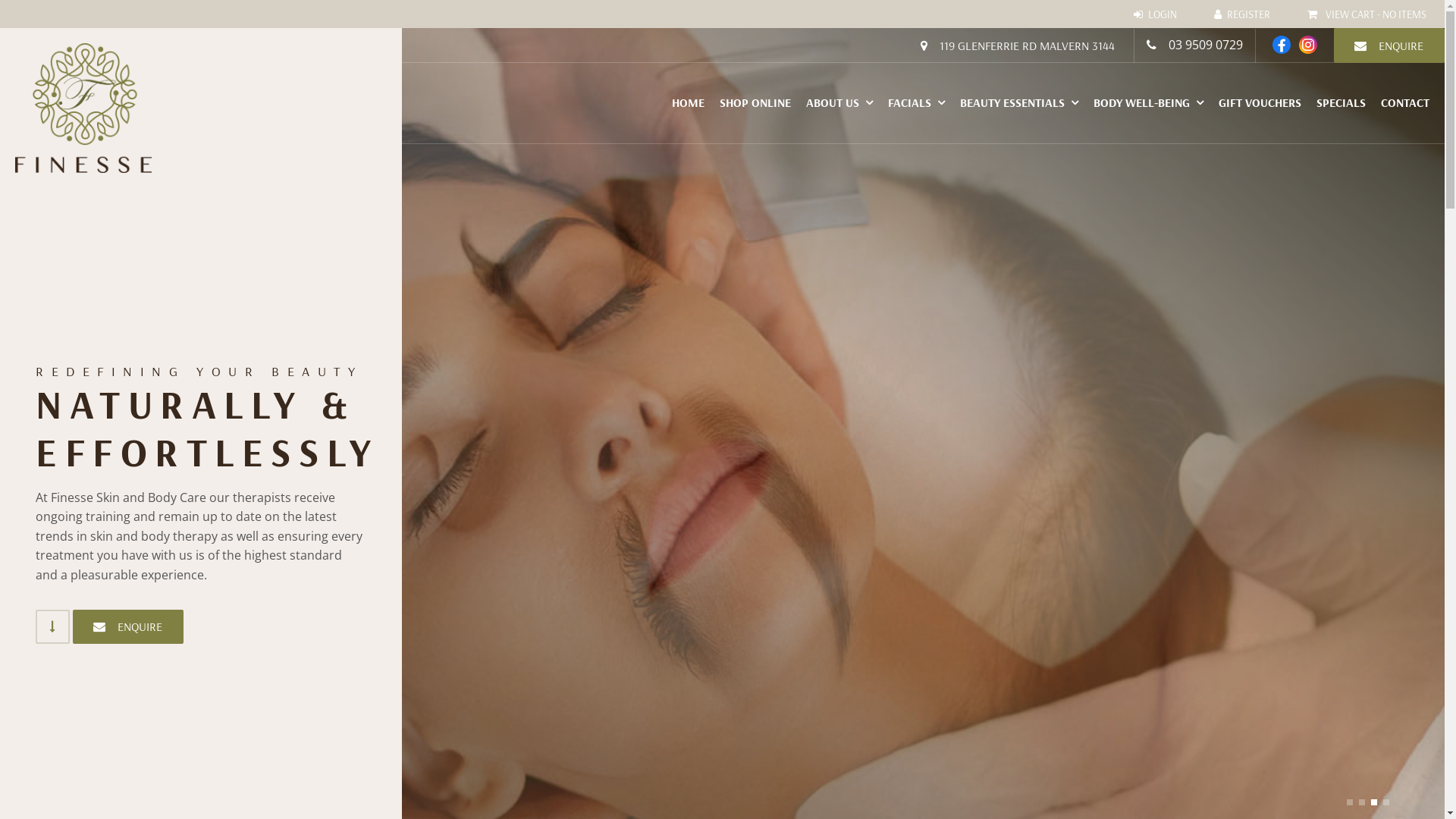 This screenshot has height=819, width=1456. What do you see at coordinates (127, 626) in the screenshot?
I see `'ENQUIRE'` at bounding box center [127, 626].